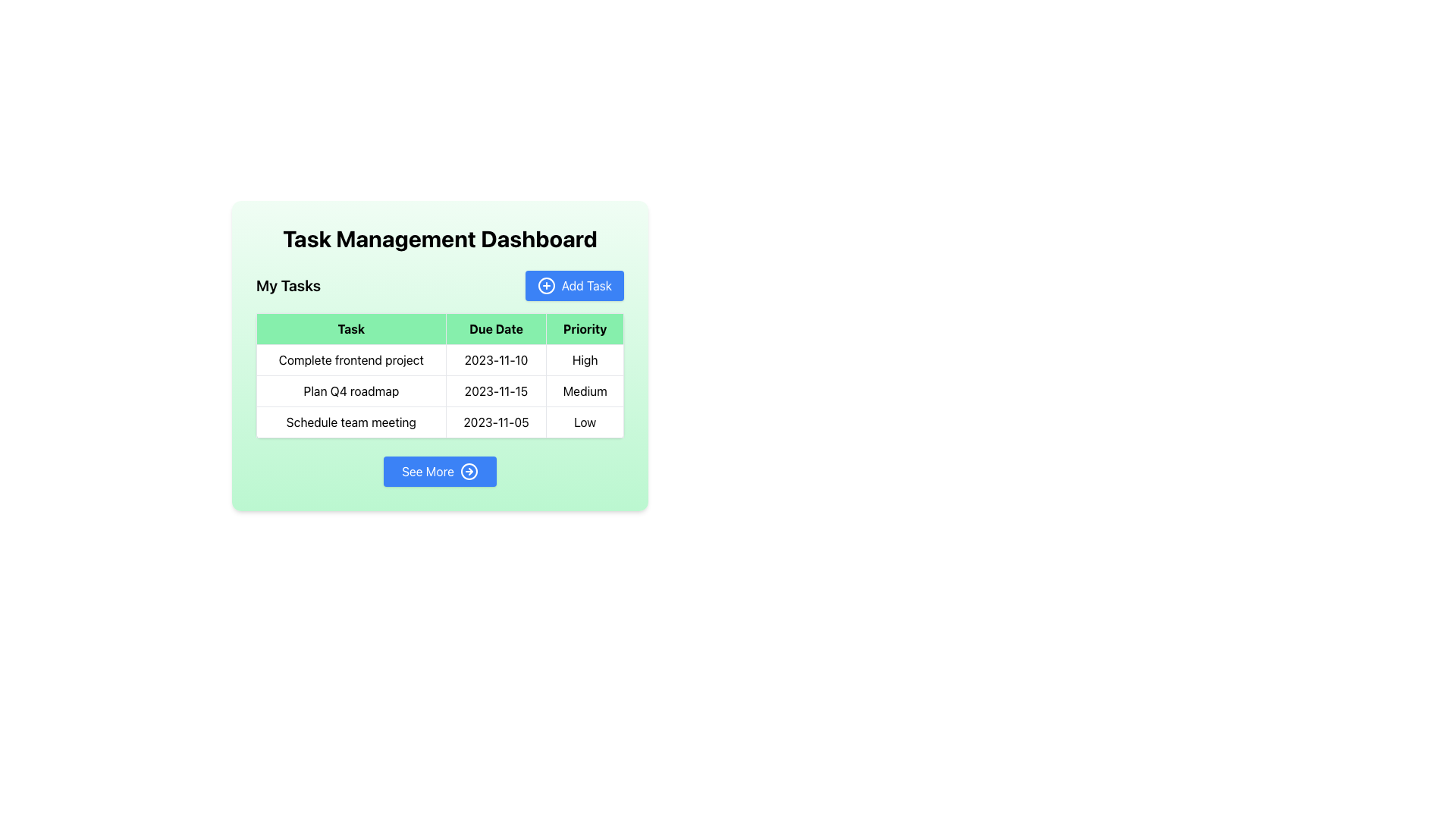 The width and height of the screenshot is (1456, 819). I want to click on the 'Due Date' label, which is a static text element with a black font on a green background, located between the 'Task' and 'Priority' headers in a table structure, so click(496, 328).